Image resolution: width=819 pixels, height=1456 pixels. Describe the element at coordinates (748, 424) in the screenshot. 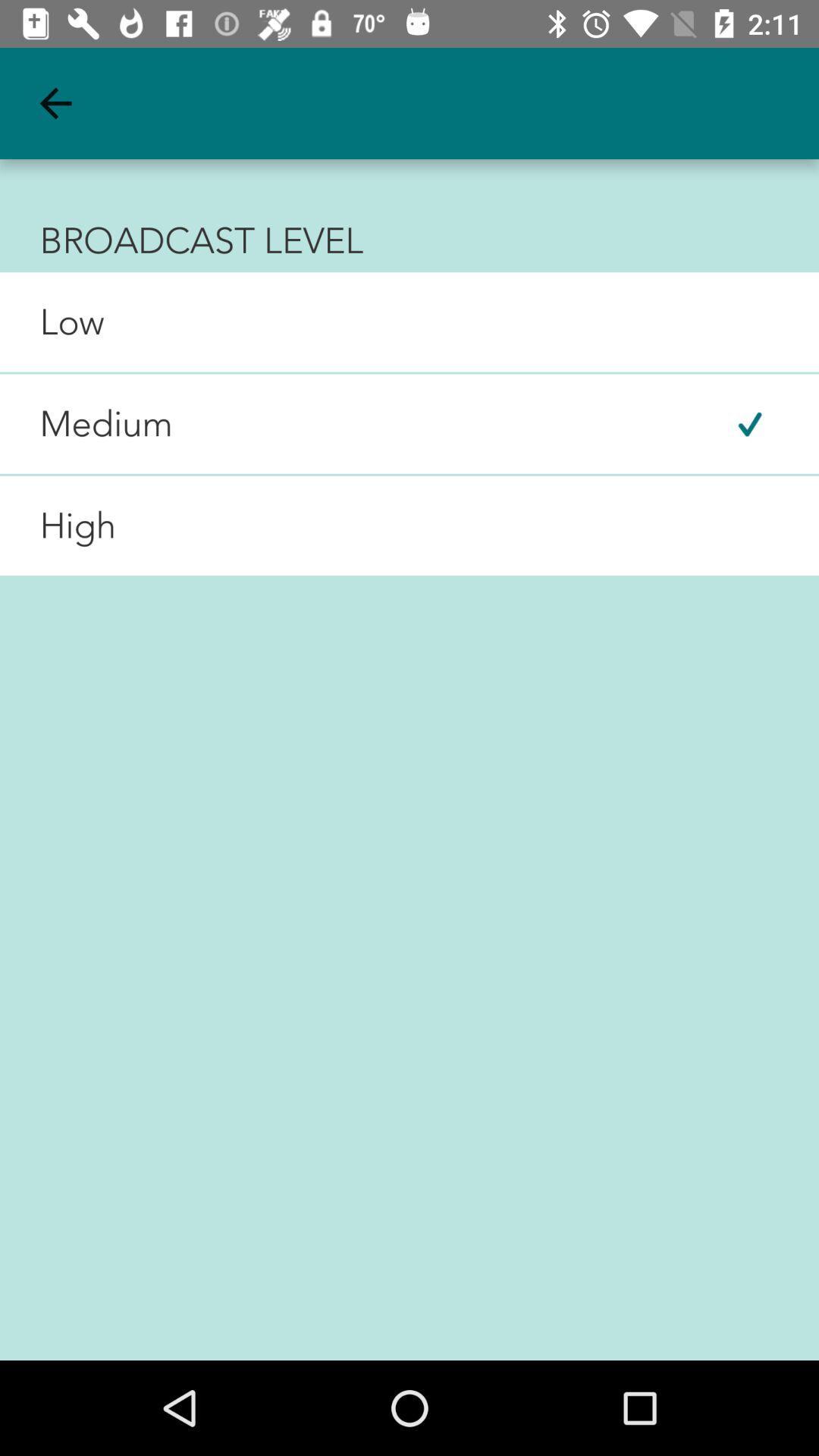

I see `item at the top right corner` at that location.